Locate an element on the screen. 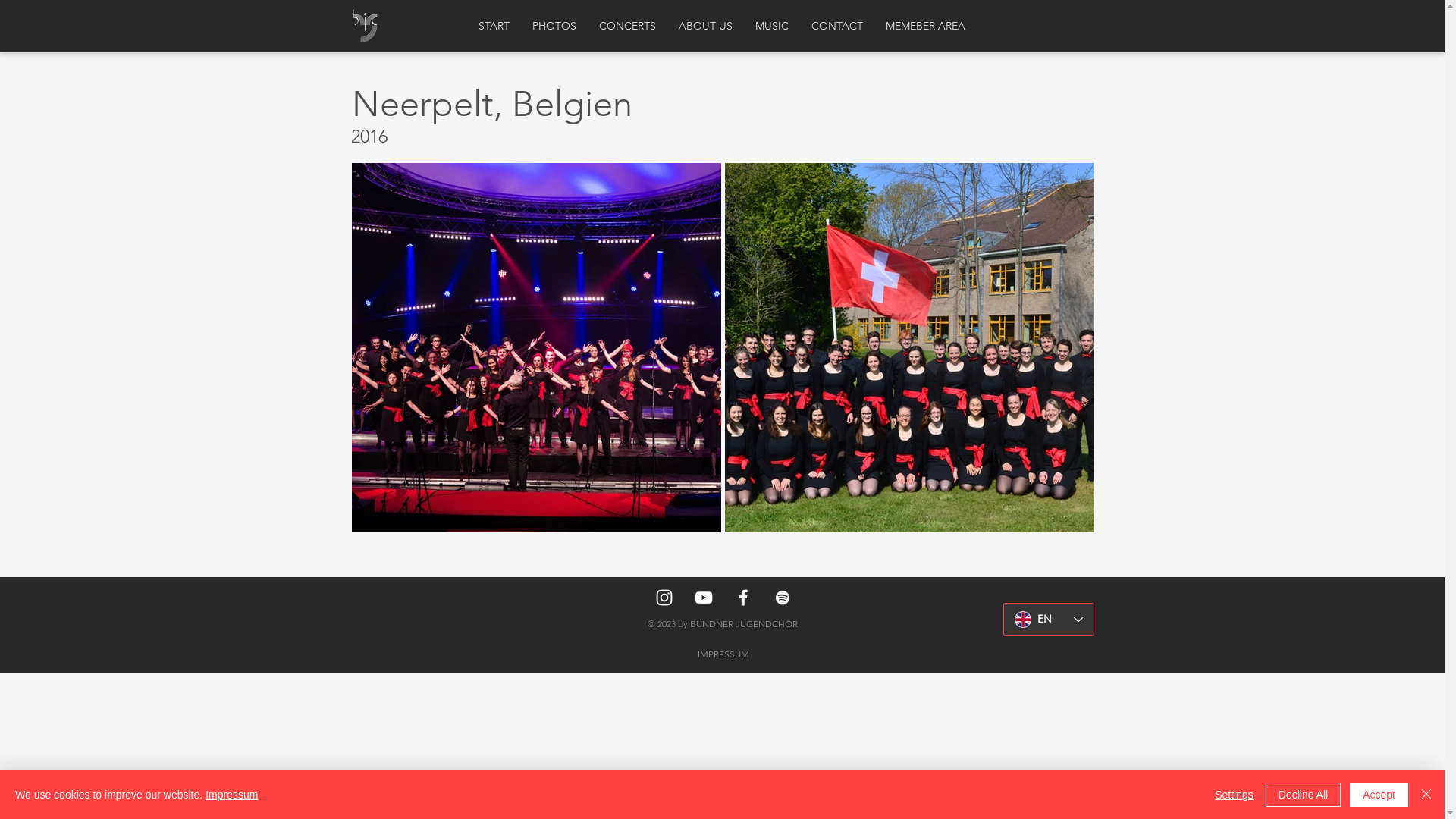 The image size is (1456, 819). 'Decline All' is located at coordinates (1302, 794).